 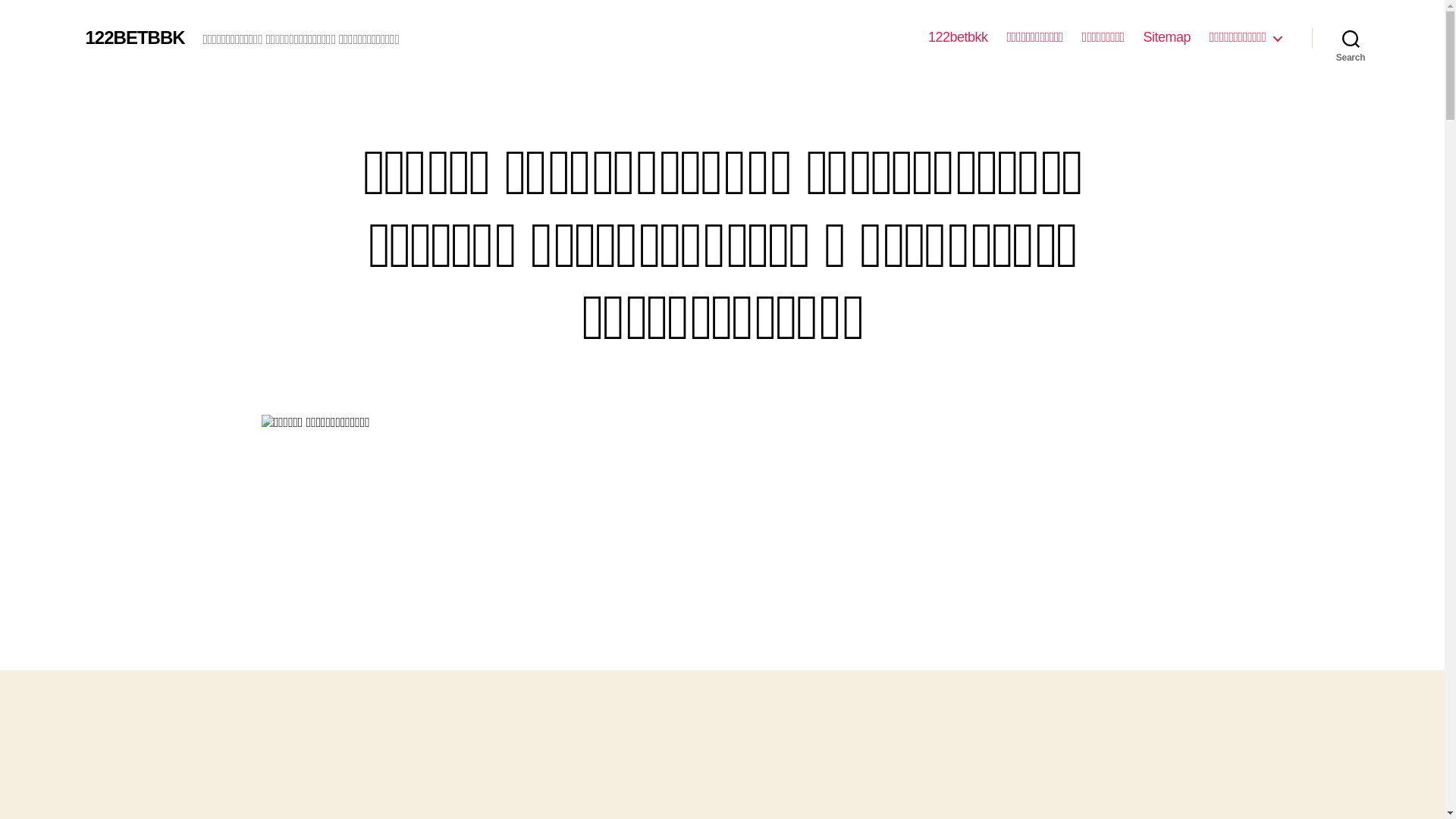 What do you see at coordinates (1166, 37) in the screenshot?
I see `'Sitemap'` at bounding box center [1166, 37].